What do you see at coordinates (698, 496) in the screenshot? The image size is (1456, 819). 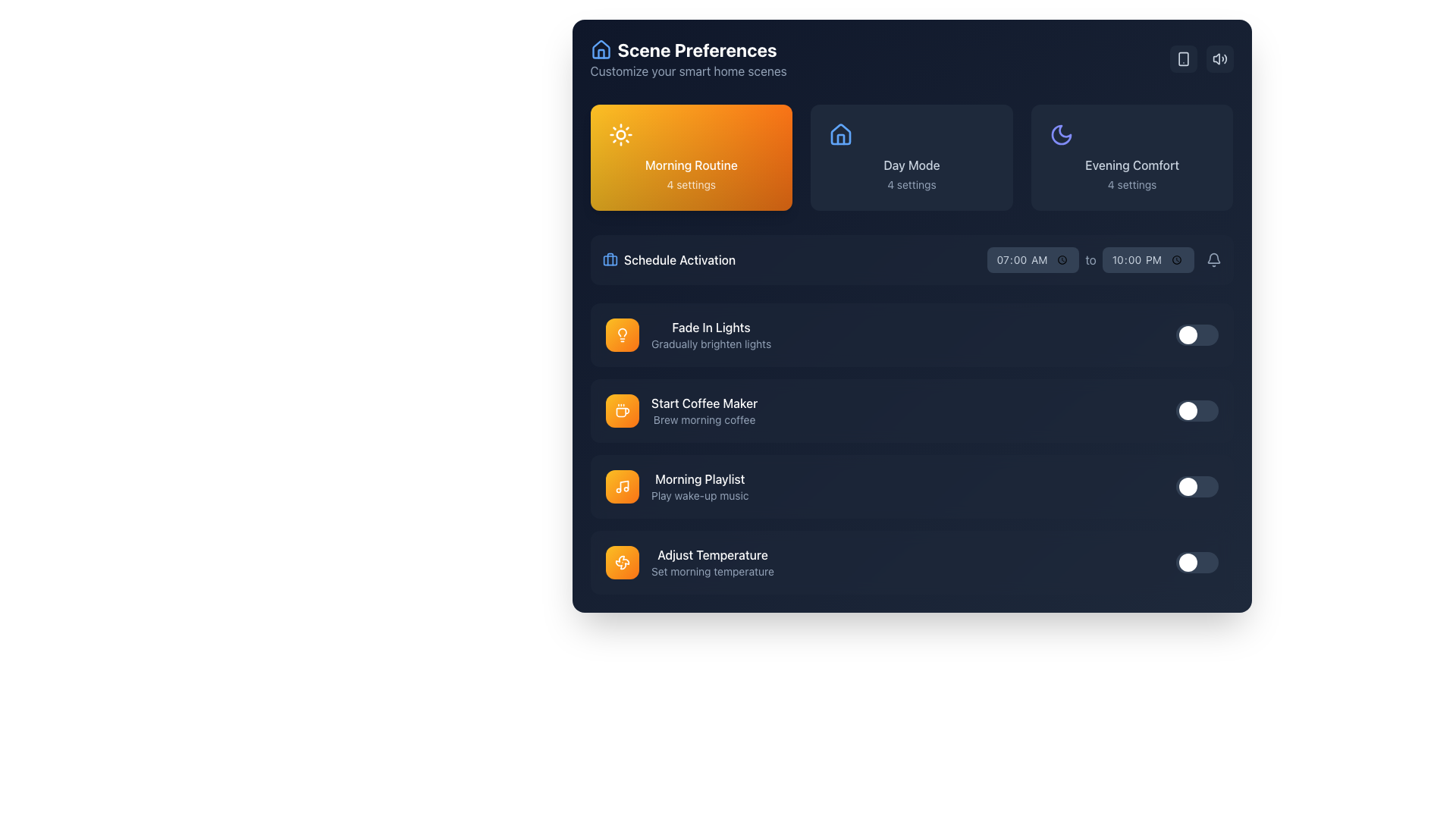 I see `the text label that reads 'Play wake-up music' located directly below the heading 'Morning Playlist' in the vertical list of cards` at bounding box center [698, 496].